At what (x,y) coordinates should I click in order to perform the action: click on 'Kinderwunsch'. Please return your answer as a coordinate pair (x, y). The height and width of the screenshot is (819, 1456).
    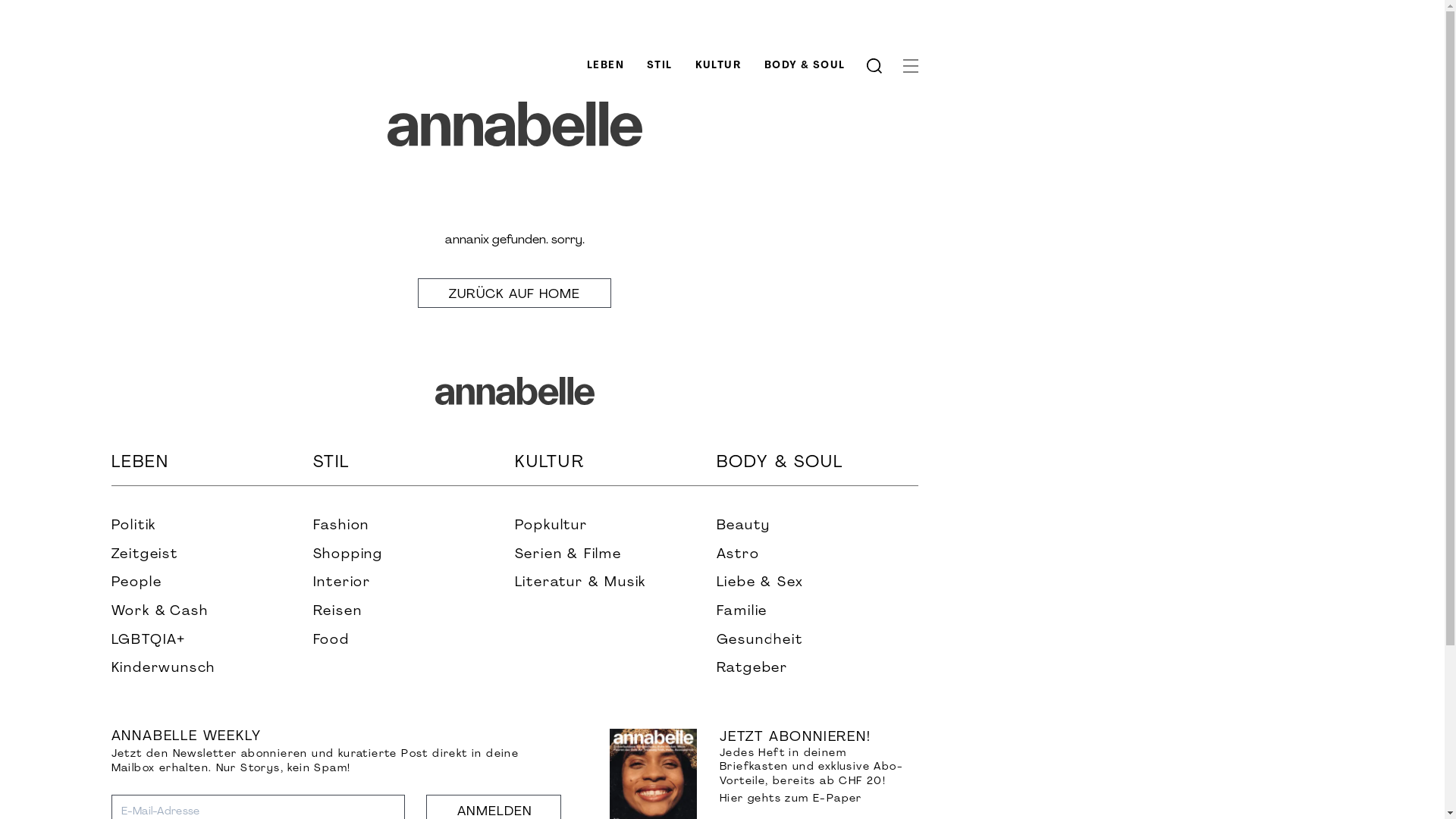
    Looking at the image, I should click on (109, 668).